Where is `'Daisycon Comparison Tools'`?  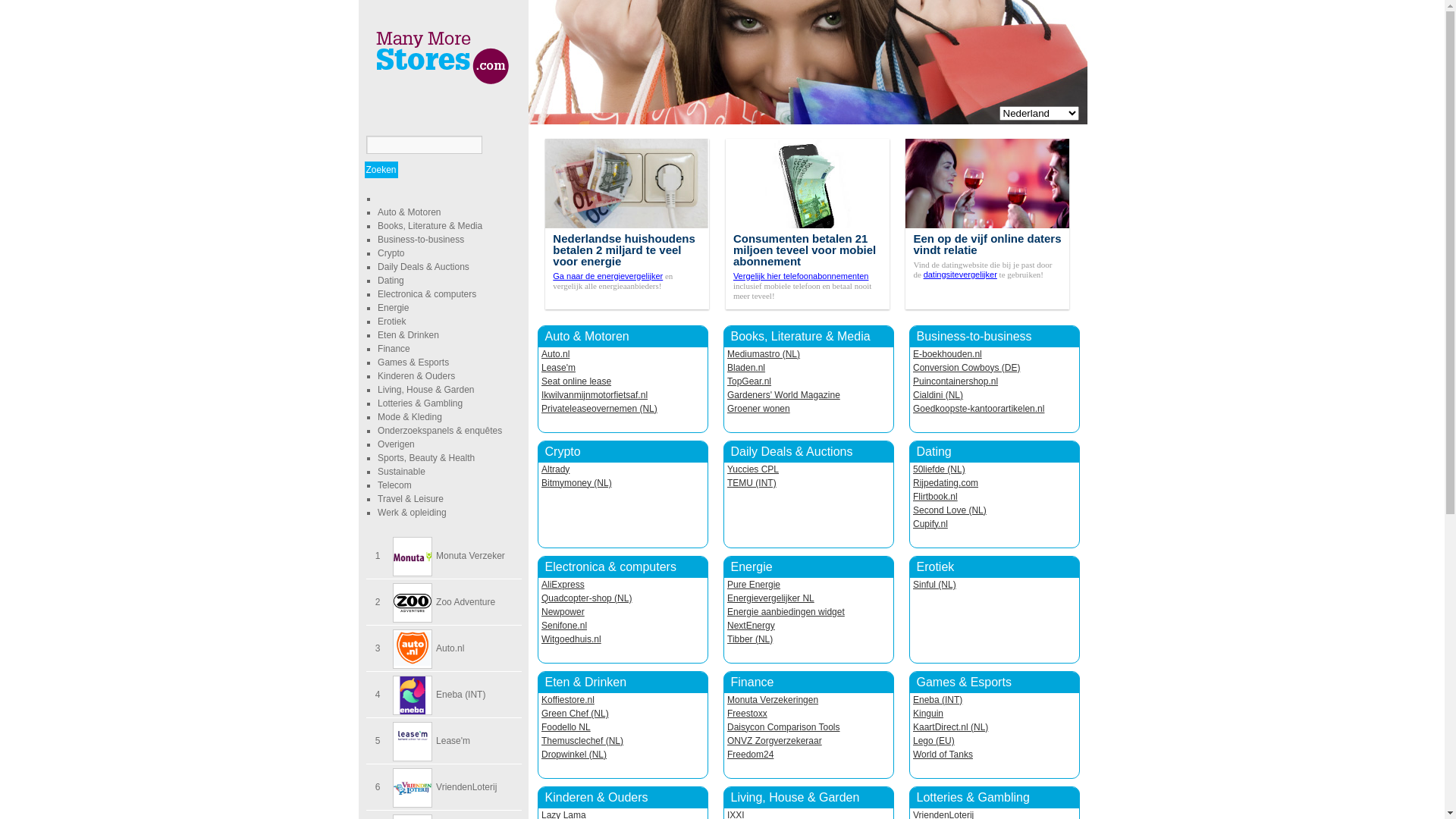 'Daisycon Comparison Tools' is located at coordinates (726, 726).